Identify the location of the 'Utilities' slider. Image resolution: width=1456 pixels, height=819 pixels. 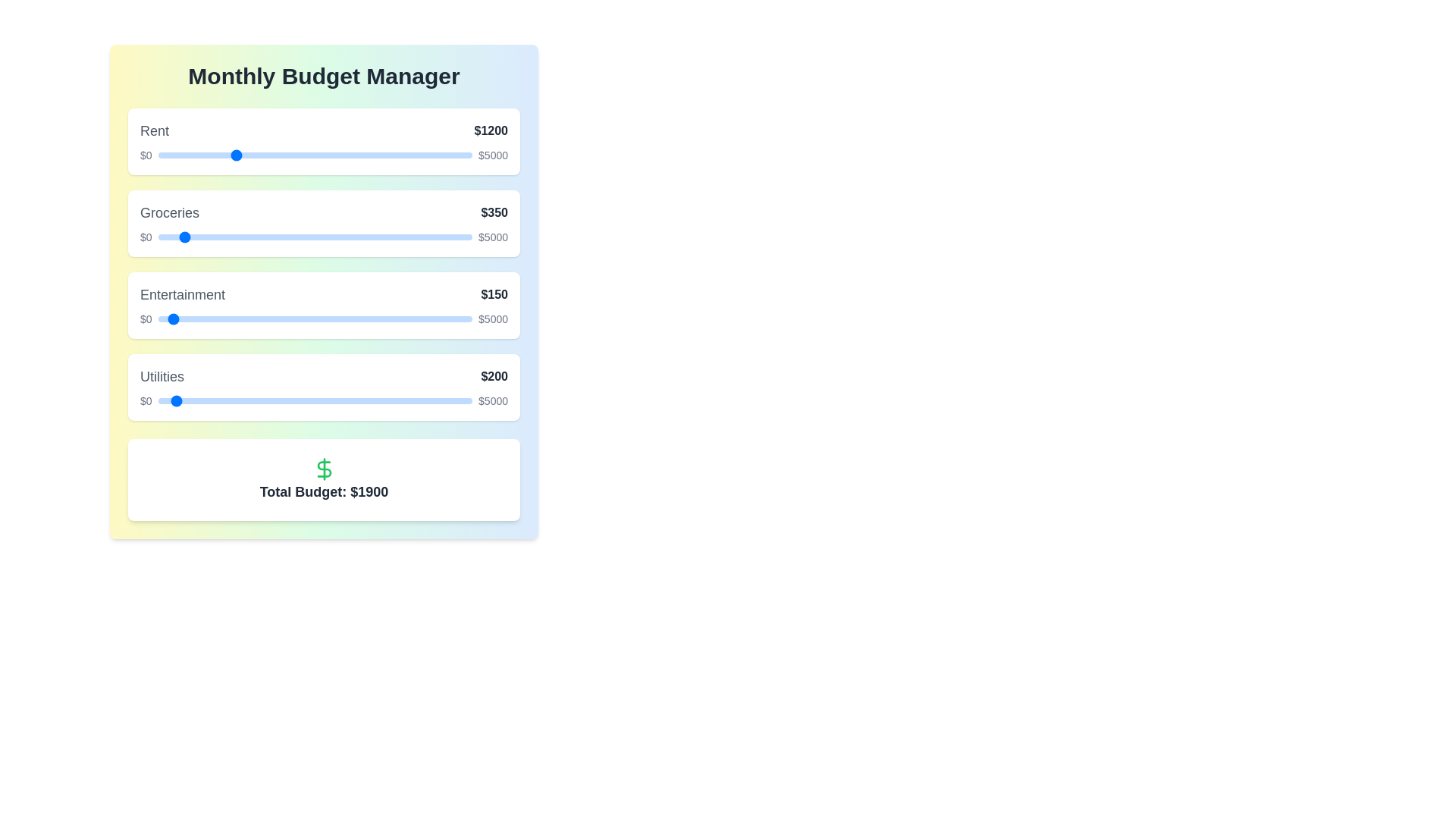
(403, 400).